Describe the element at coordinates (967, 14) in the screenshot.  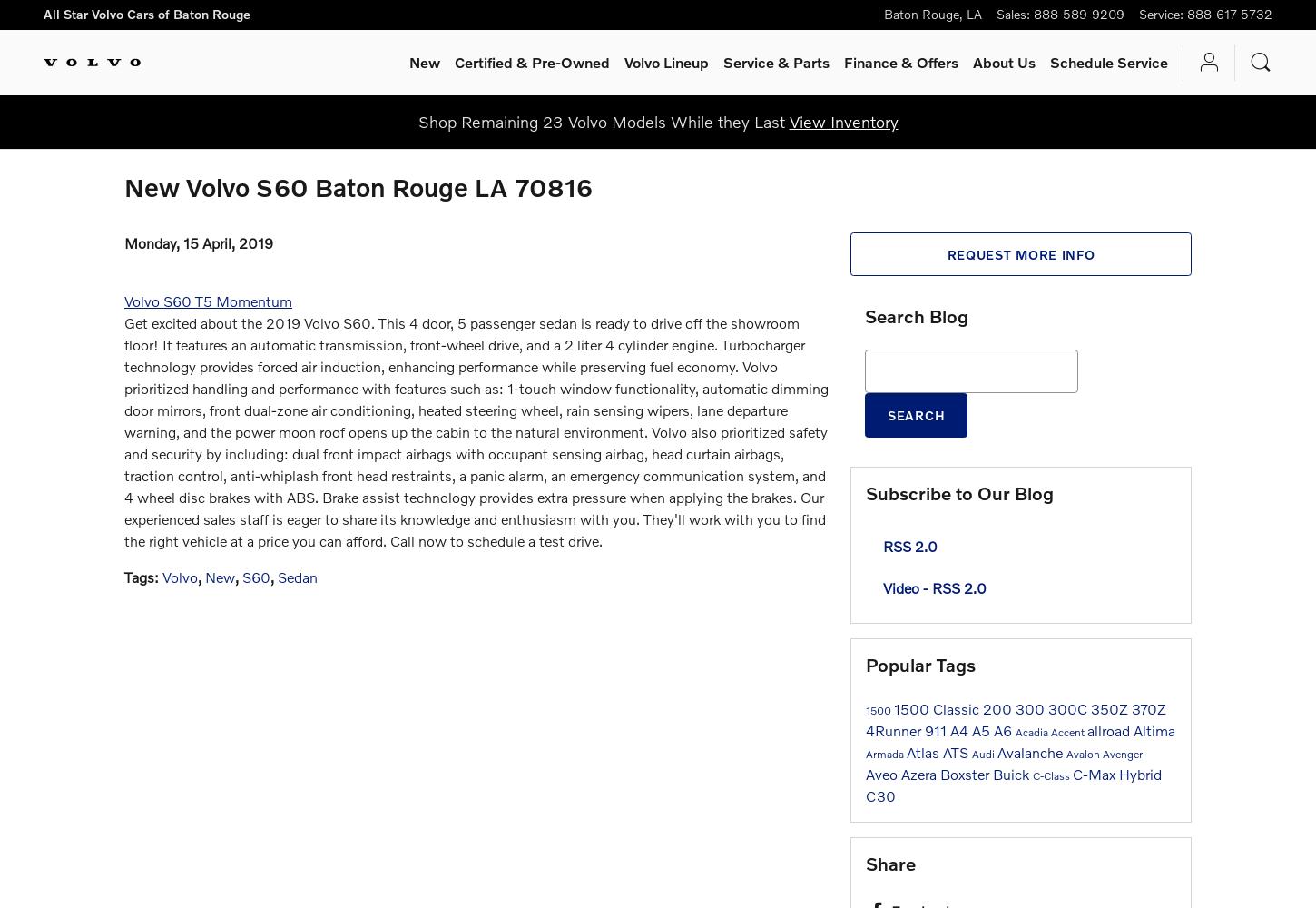
I see `'LA'` at that location.